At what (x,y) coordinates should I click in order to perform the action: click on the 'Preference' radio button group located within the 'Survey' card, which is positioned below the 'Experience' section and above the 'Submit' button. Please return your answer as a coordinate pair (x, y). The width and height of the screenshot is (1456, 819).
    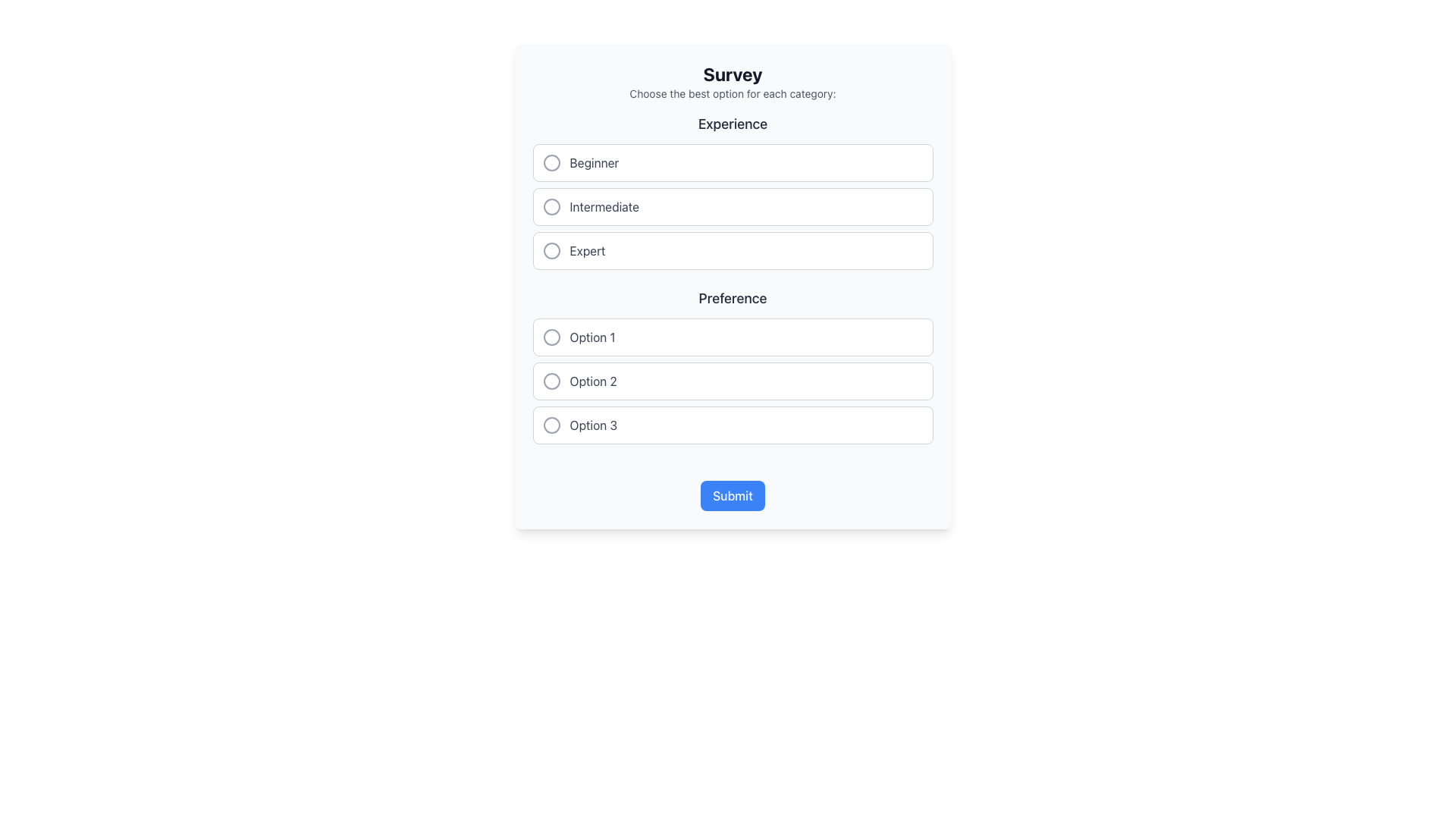
    Looking at the image, I should click on (733, 366).